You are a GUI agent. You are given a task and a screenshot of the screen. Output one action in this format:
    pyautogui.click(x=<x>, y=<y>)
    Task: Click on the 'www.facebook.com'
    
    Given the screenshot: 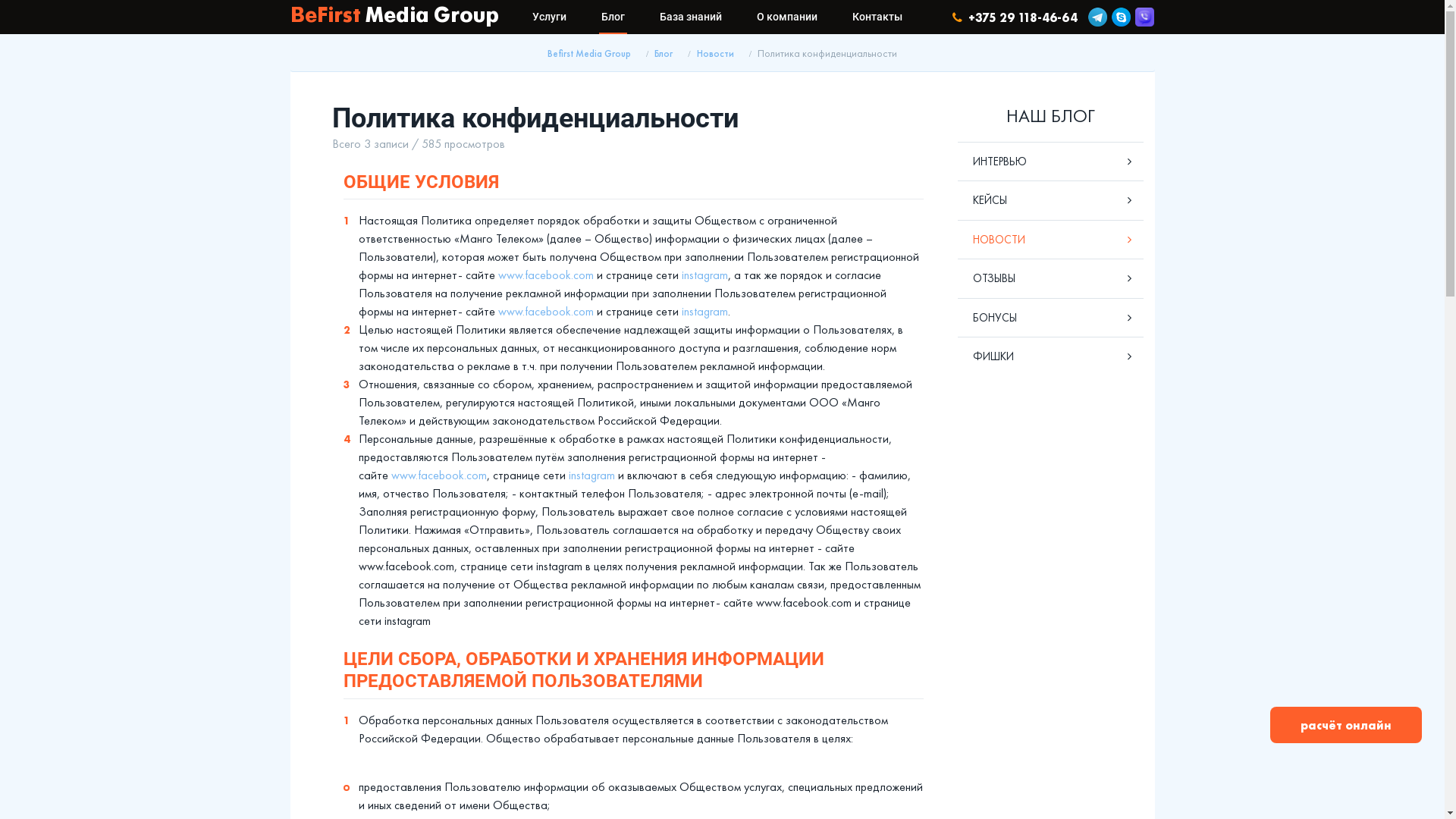 What is the action you would take?
    pyautogui.click(x=438, y=474)
    